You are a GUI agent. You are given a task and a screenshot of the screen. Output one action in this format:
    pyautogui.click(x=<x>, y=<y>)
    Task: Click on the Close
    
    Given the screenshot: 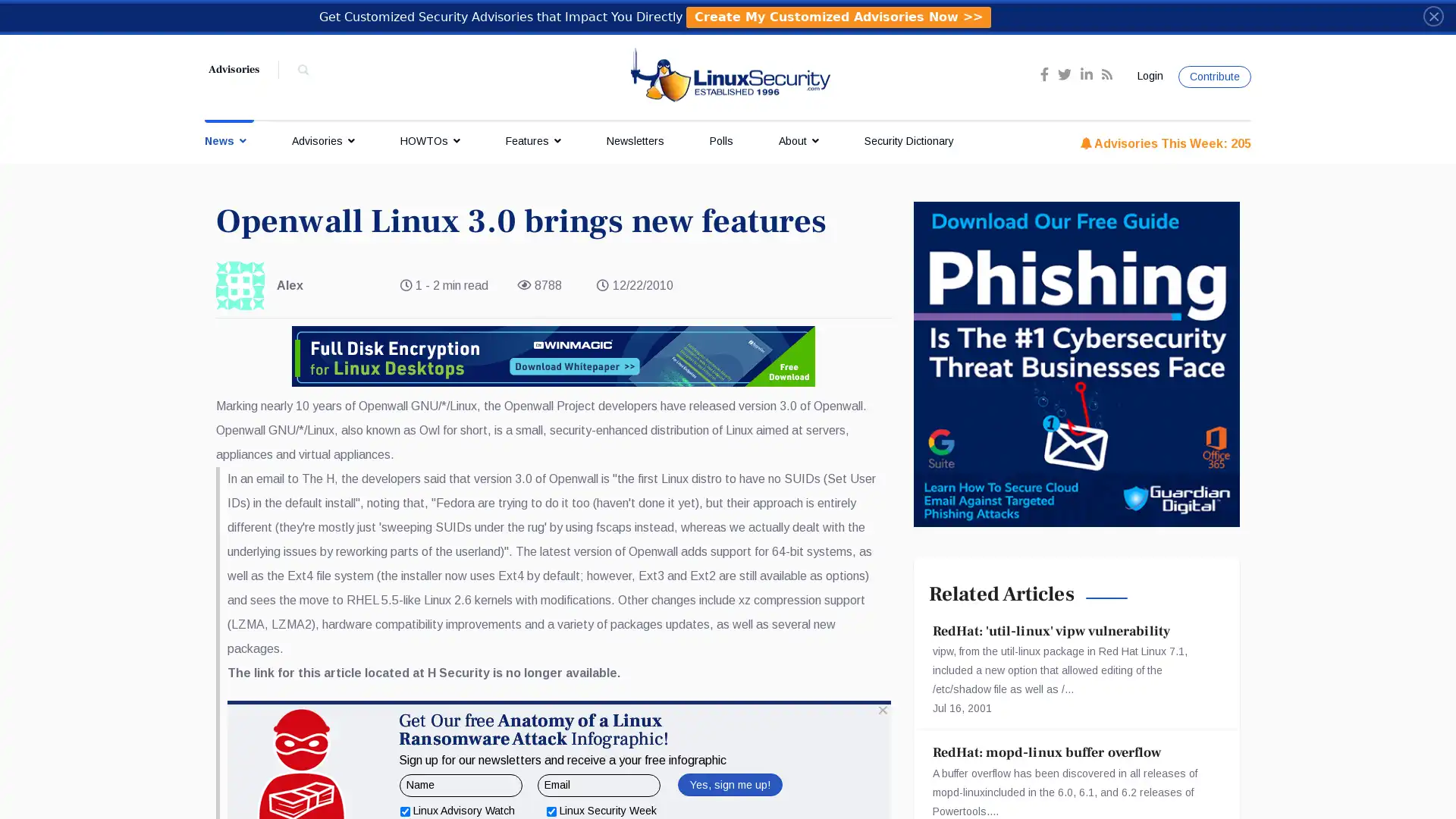 What is the action you would take?
    pyautogui.click(x=1432, y=15)
    